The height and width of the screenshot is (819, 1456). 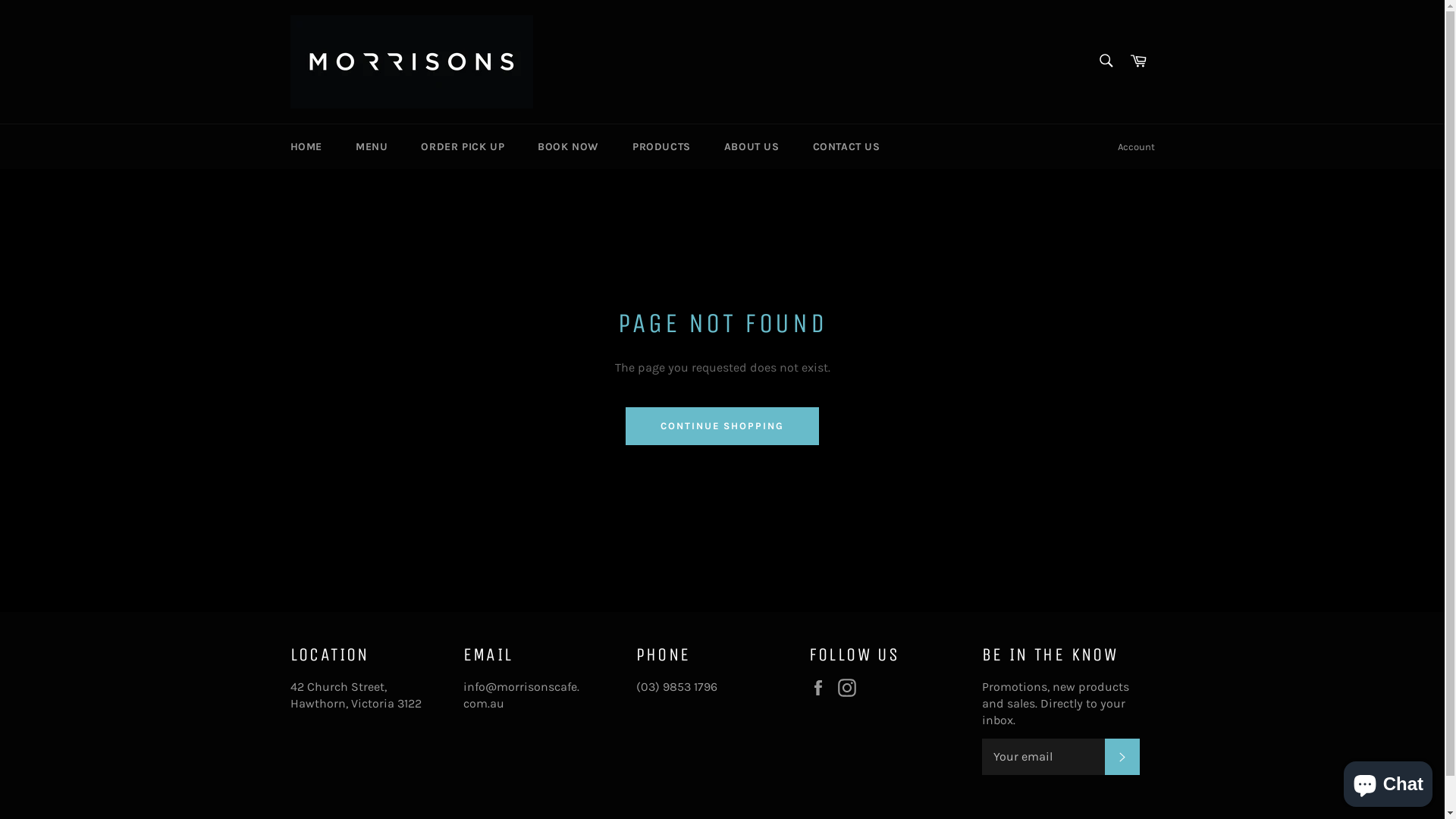 What do you see at coordinates (752, 146) in the screenshot?
I see `'ABOUT US'` at bounding box center [752, 146].